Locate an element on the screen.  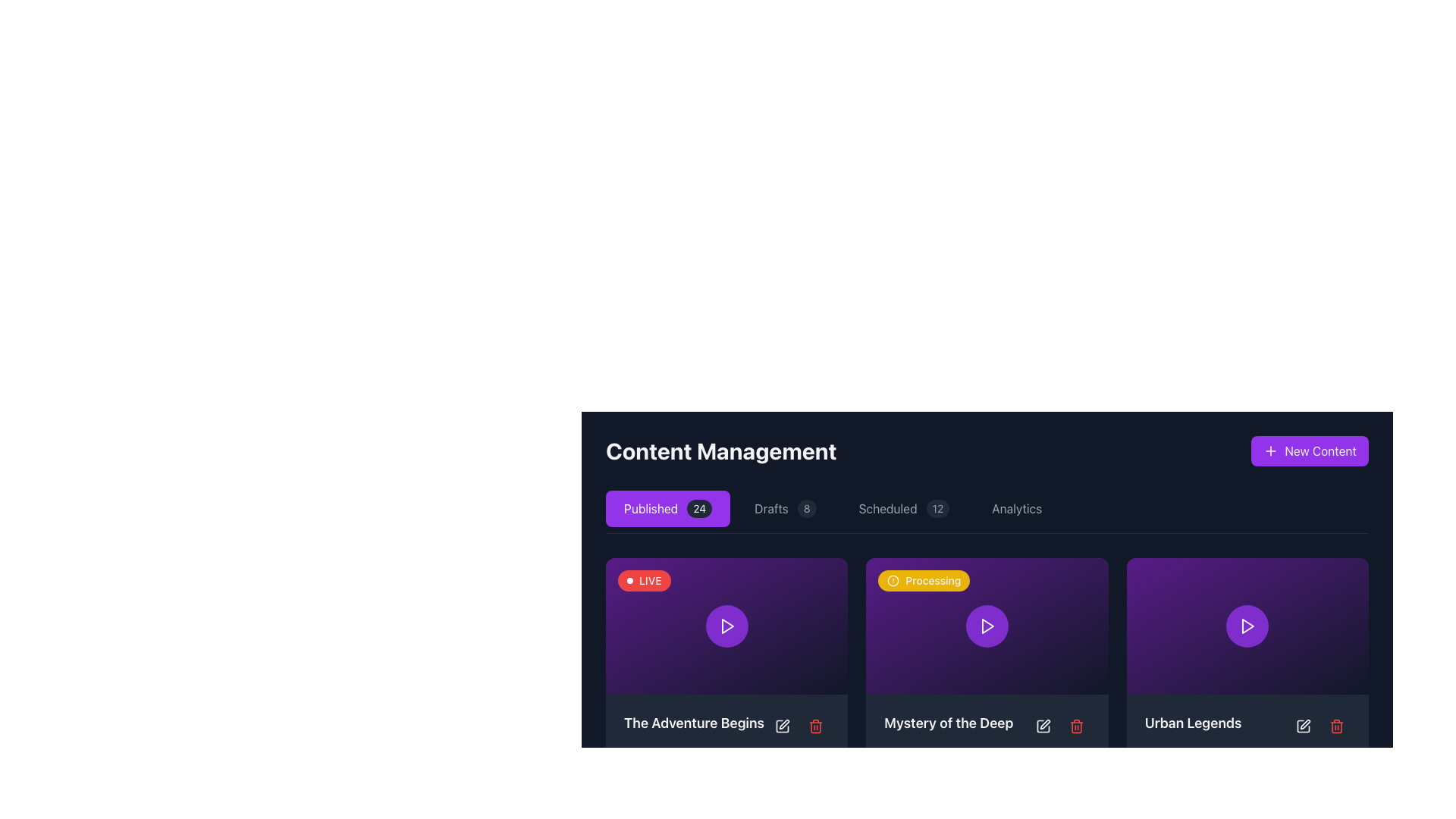
the 'Scheduled' text label located in the navigation bar at the top of the content grid, which helps the user identify content marked as 'Scheduled' is located at coordinates (888, 509).